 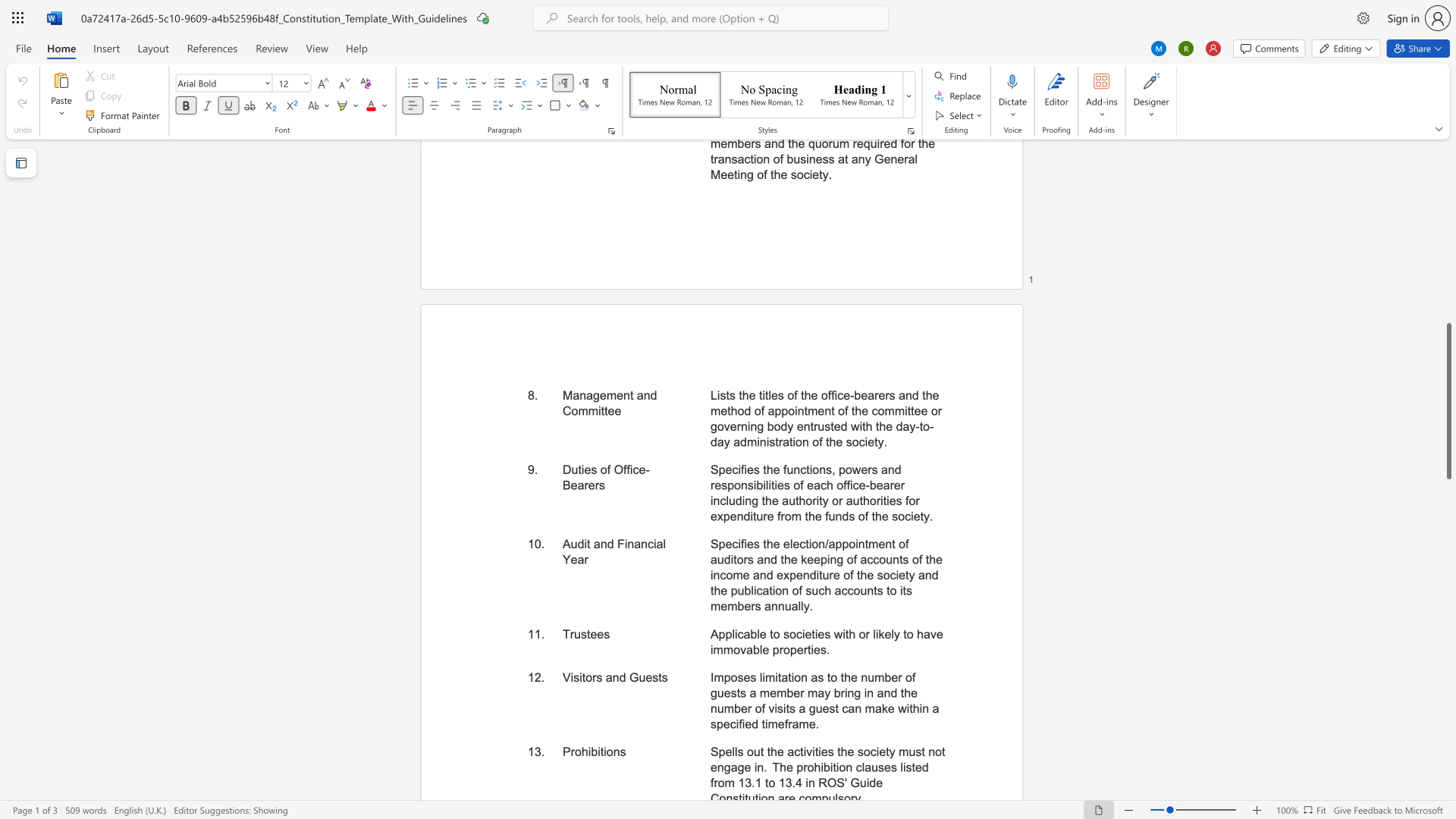 What do you see at coordinates (746, 543) in the screenshot?
I see `the subset text "es the electio" within the text "Specifies the election/appointment of auditors and the keeping of accounts of the income and expenditure of the society and the publication of such accounts to its members annually."` at bounding box center [746, 543].